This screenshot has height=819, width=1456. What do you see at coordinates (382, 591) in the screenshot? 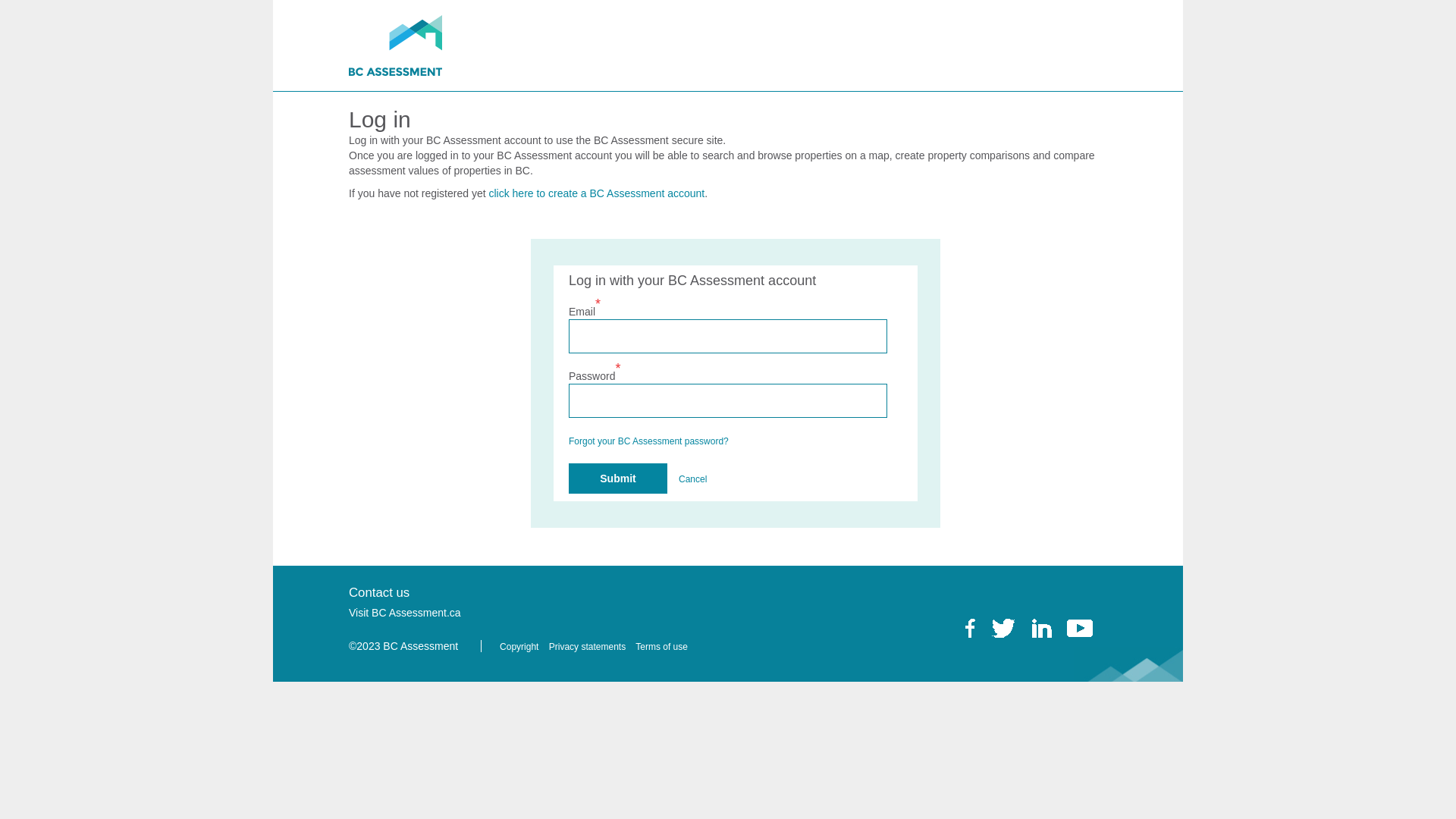
I see `'Contact us'` at bounding box center [382, 591].